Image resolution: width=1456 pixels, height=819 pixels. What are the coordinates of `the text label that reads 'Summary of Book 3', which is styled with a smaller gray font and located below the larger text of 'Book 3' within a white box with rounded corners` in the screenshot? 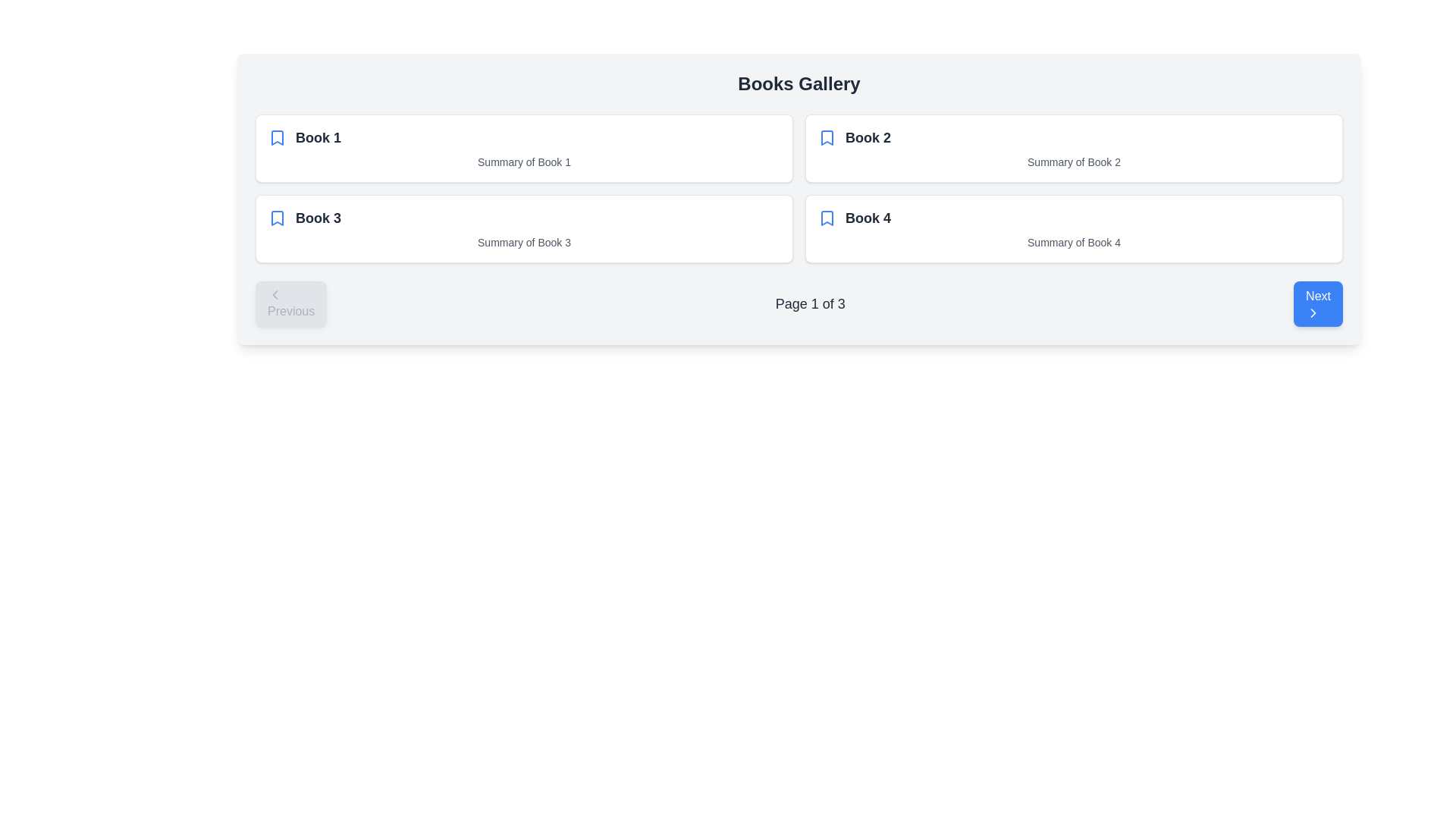 It's located at (524, 242).